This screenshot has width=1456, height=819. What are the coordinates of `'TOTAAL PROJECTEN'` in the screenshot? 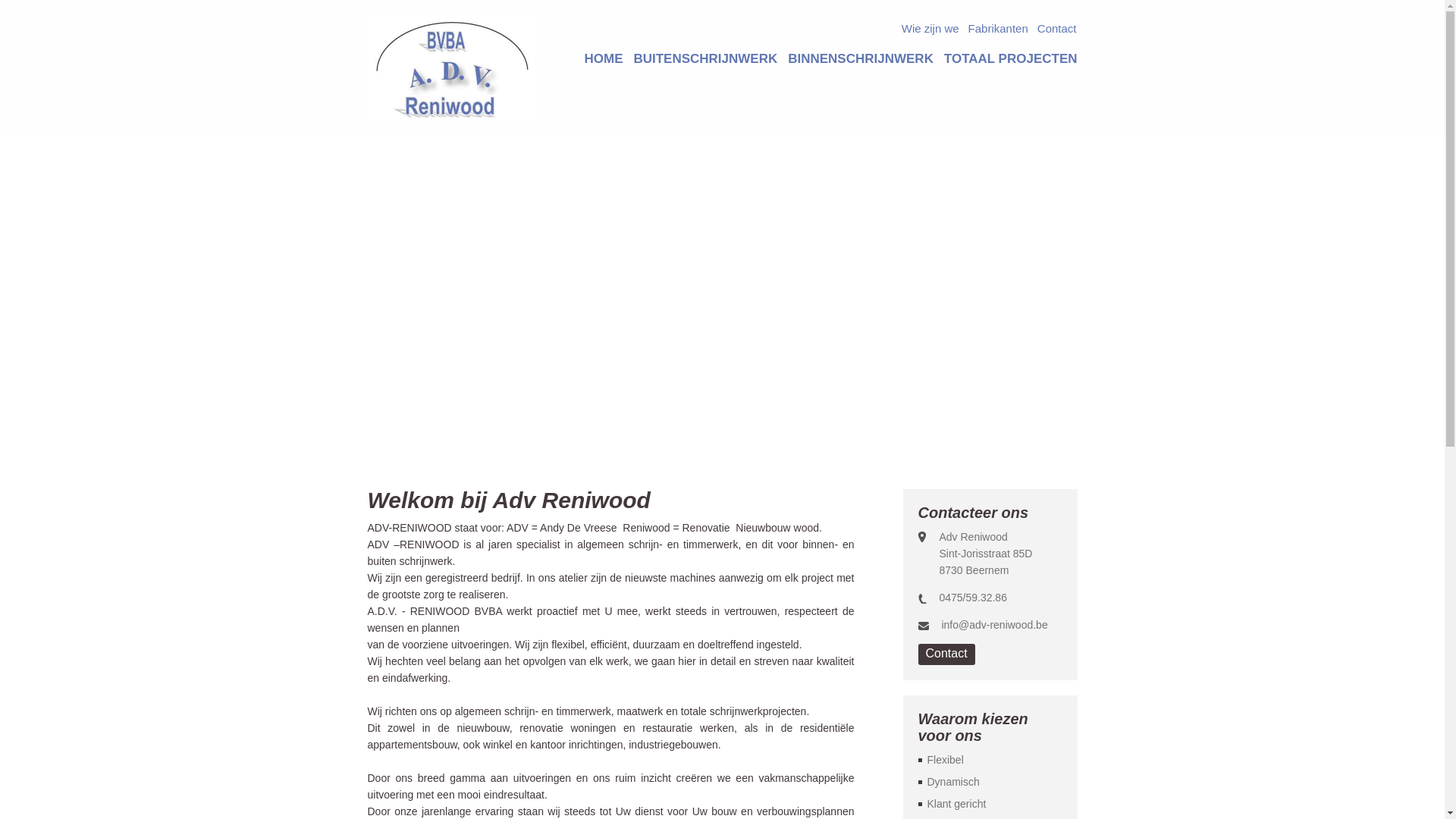 It's located at (1011, 58).